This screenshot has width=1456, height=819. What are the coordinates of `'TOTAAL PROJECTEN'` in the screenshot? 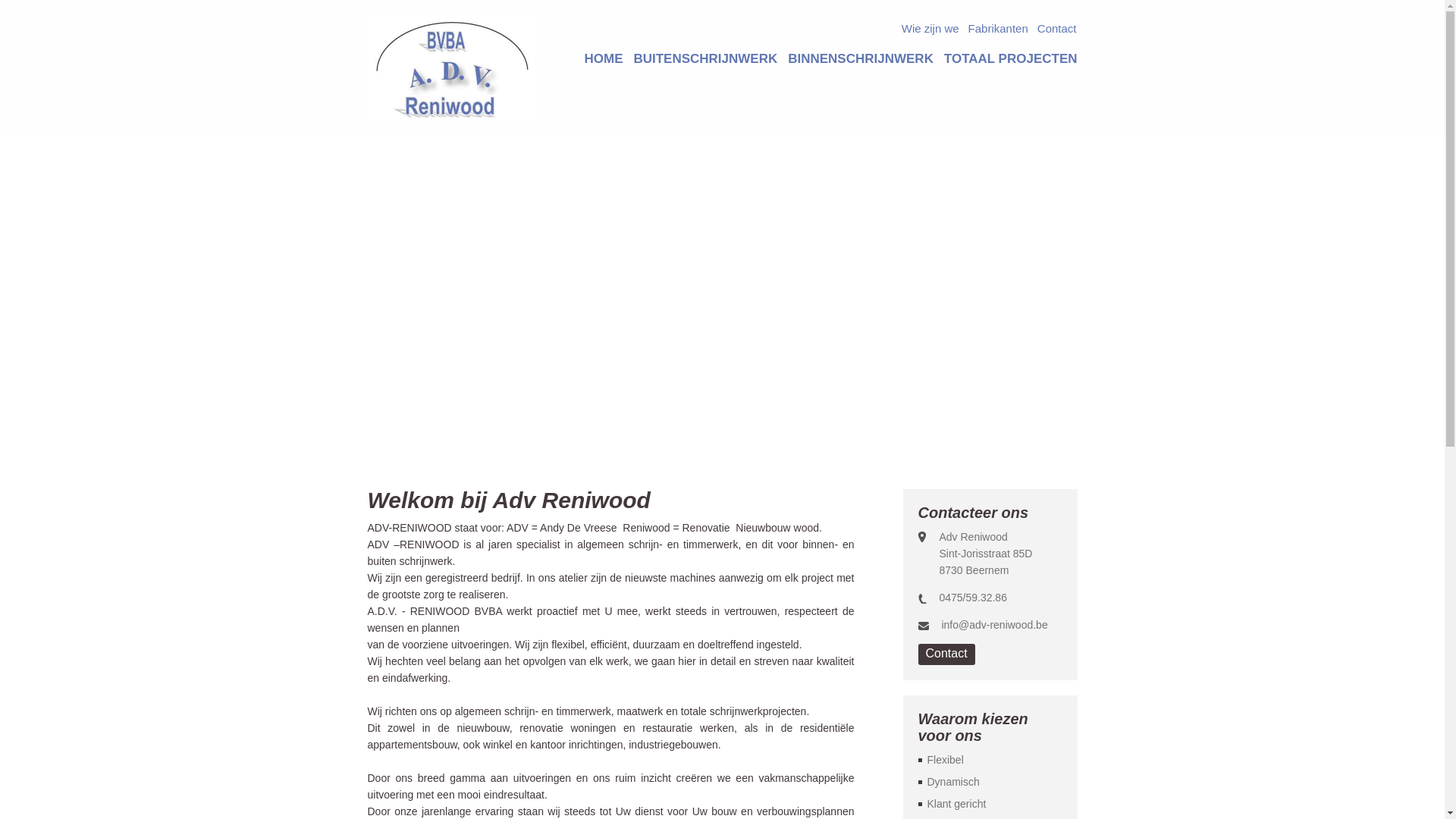 It's located at (1011, 58).